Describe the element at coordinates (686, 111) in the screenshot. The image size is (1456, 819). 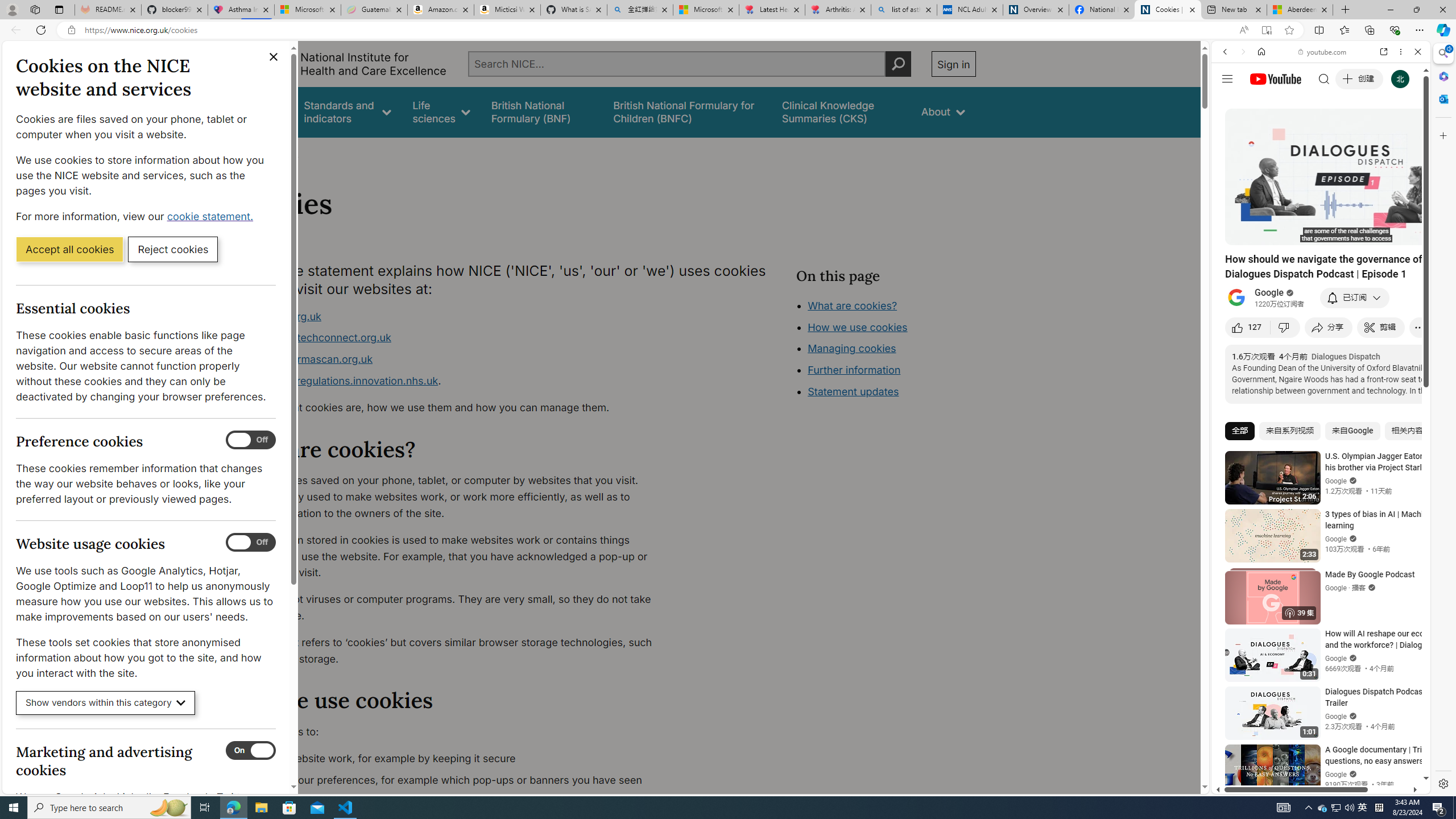
I see `'British National Formulary for Children (BNFC)'` at that location.